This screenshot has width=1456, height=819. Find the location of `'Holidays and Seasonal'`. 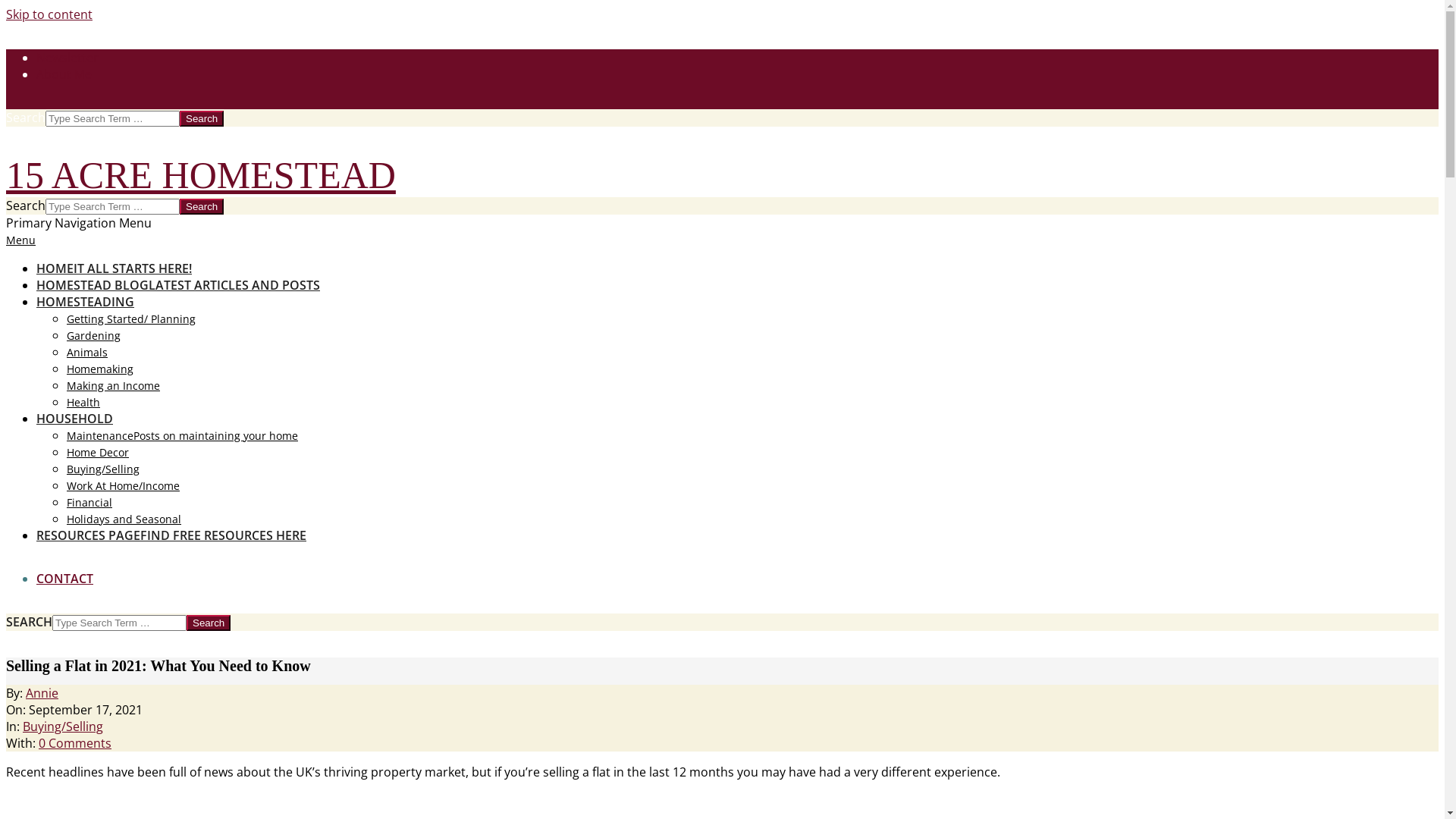

'Holidays and Seasonal' is located at coordinates (124, 518).